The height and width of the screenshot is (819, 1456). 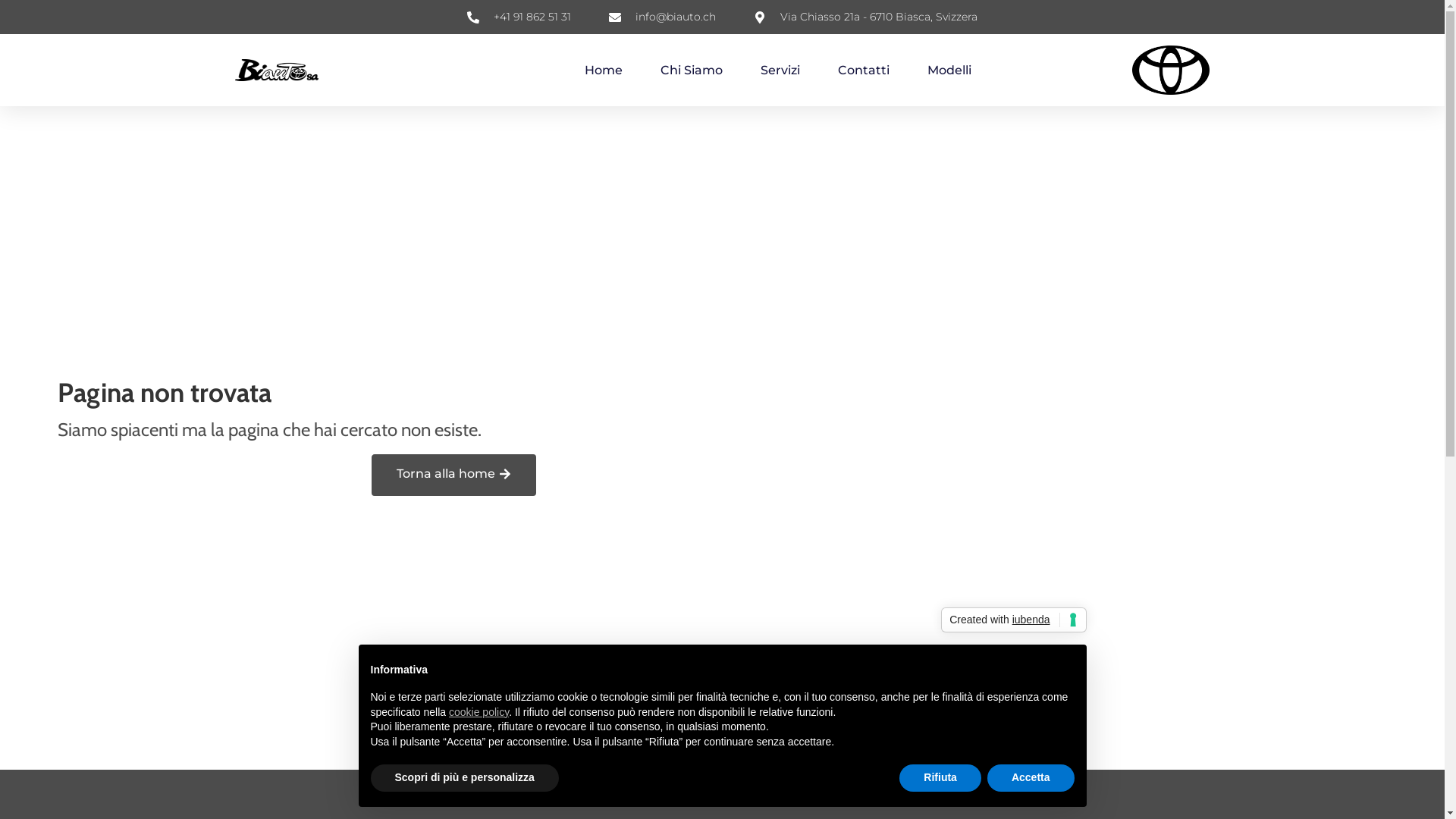 I want to click on 'Created with iubenda', so click(x=940, y=620).